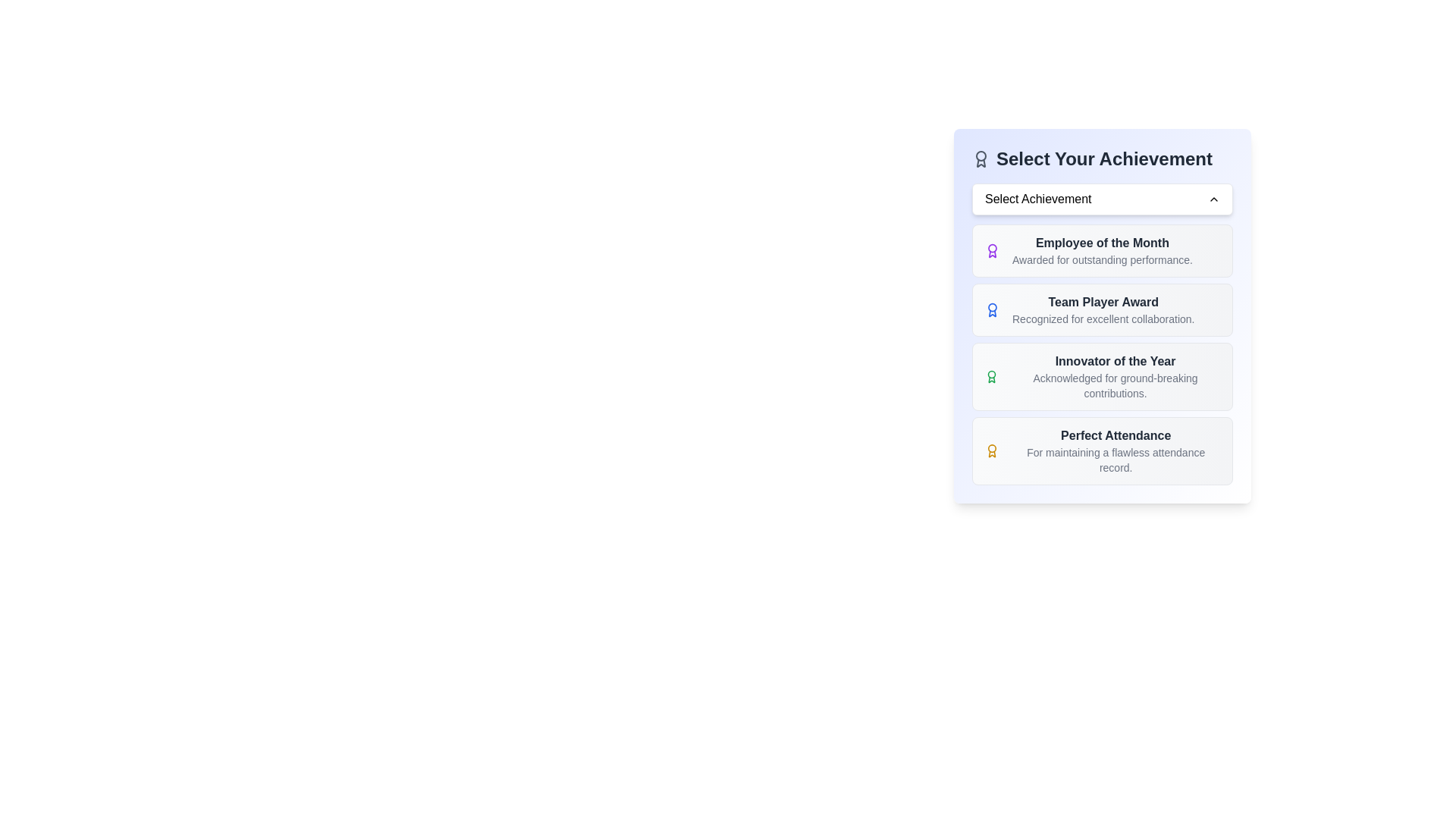  I want to click on the descriptive text label providing additional information about the 'Perfect Attendance' achievement, which is positioned directly below the 'Perfect Attendance' label in the card interface, so click(1116, 459).